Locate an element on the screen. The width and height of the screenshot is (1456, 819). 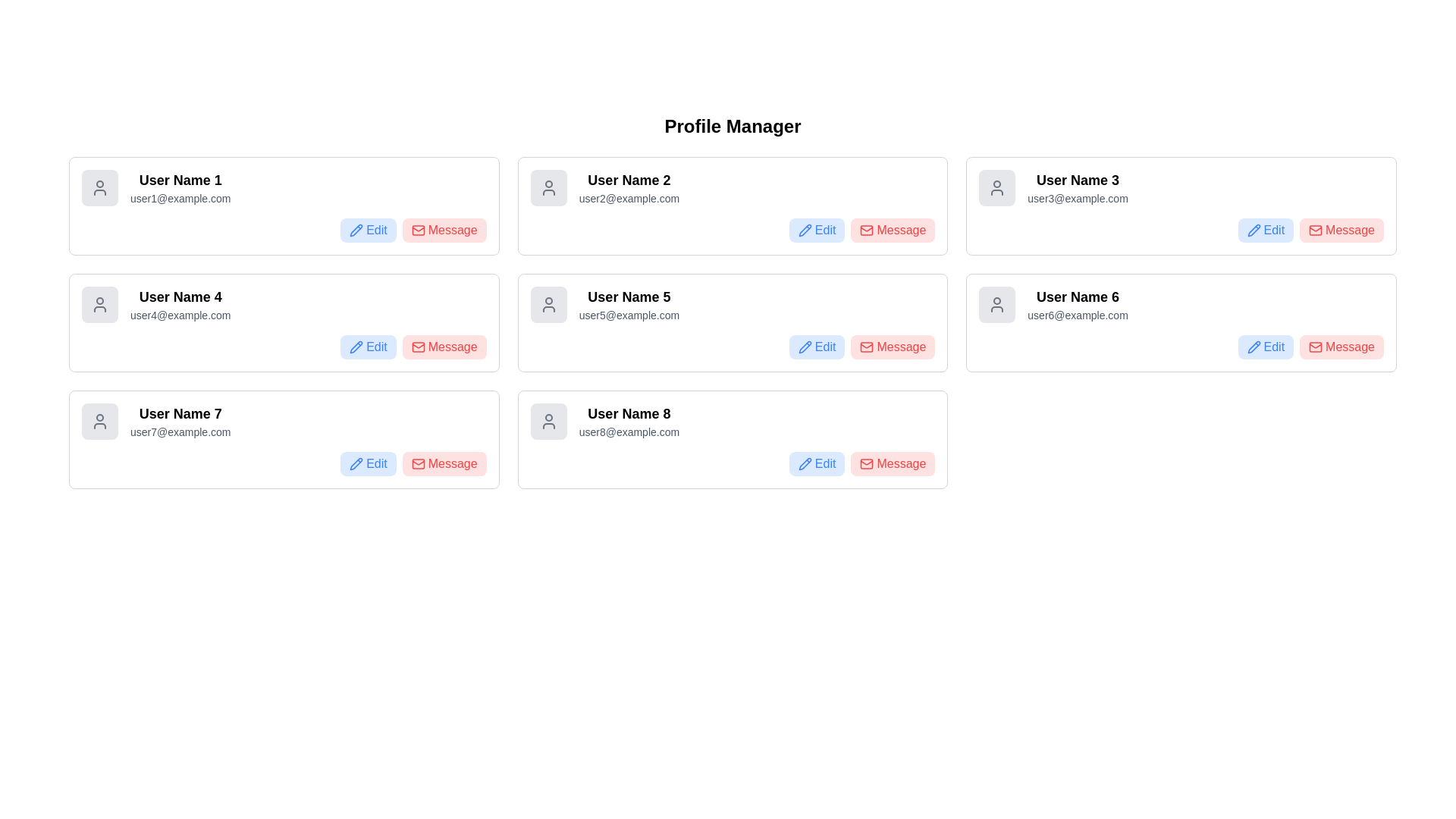
the pencil icon with a blue outline inside the 'Edit' button located in the second card of the first row is located at coordinates (804, 231).